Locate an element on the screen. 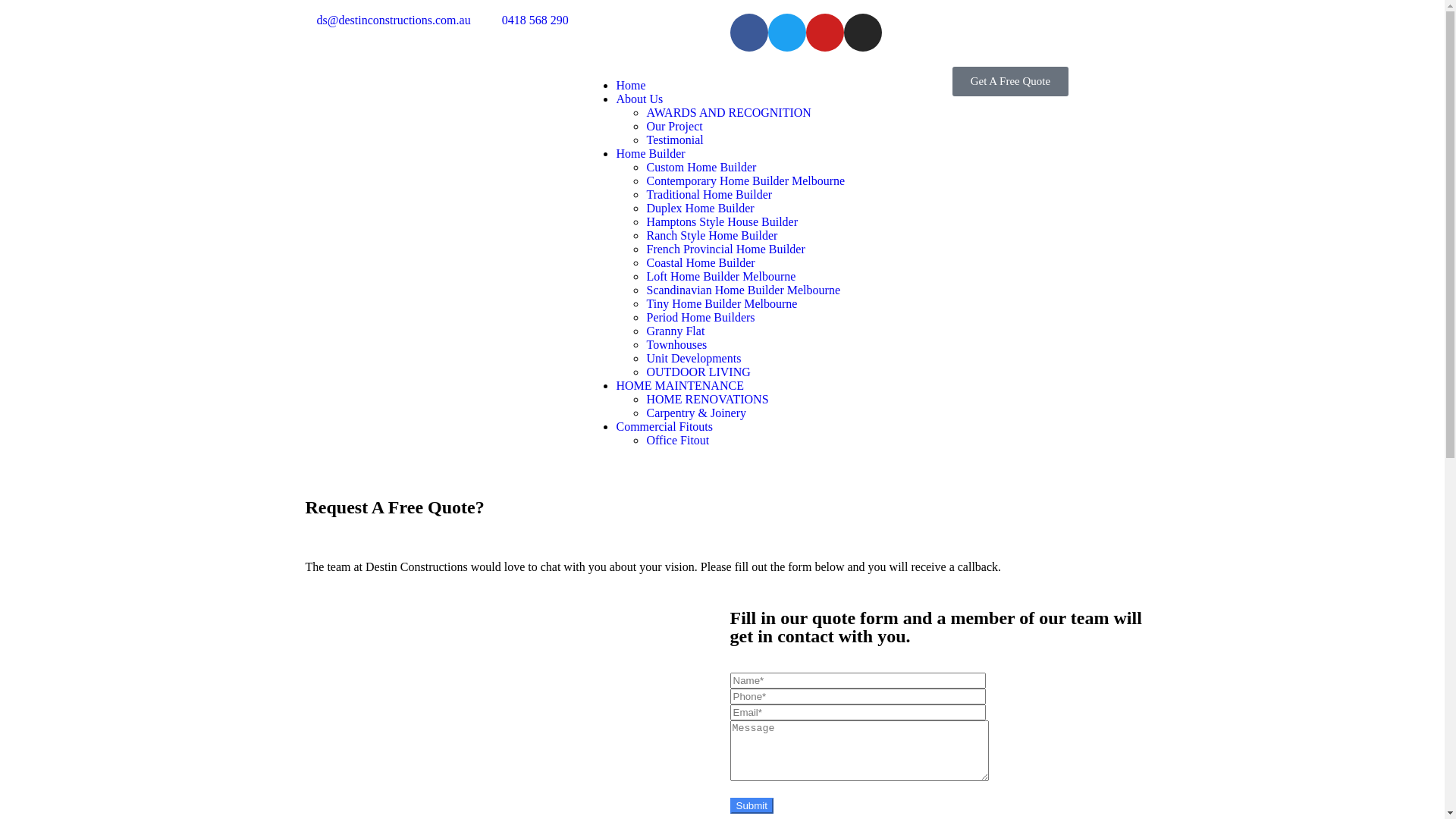  '0418 568 290' is located at coordinates (526, 20).